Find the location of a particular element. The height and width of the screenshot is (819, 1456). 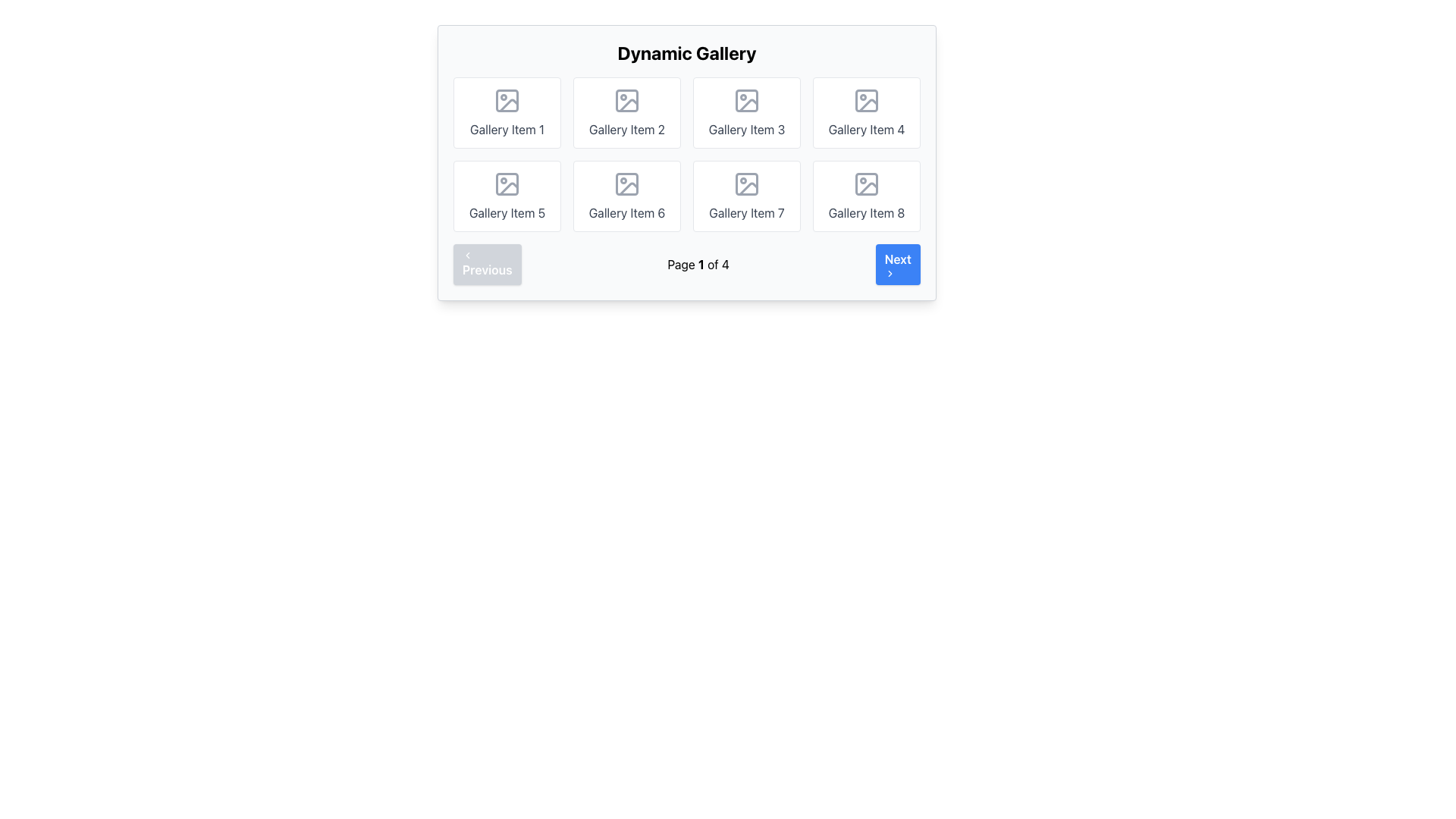

the text label indicating the current page number in the pagination system, which displays 'Page 1 of 4' and is located centrally beneath the gallery grid between the 'Previous' and 'Next' buttons is located at coordinates (700, 263).